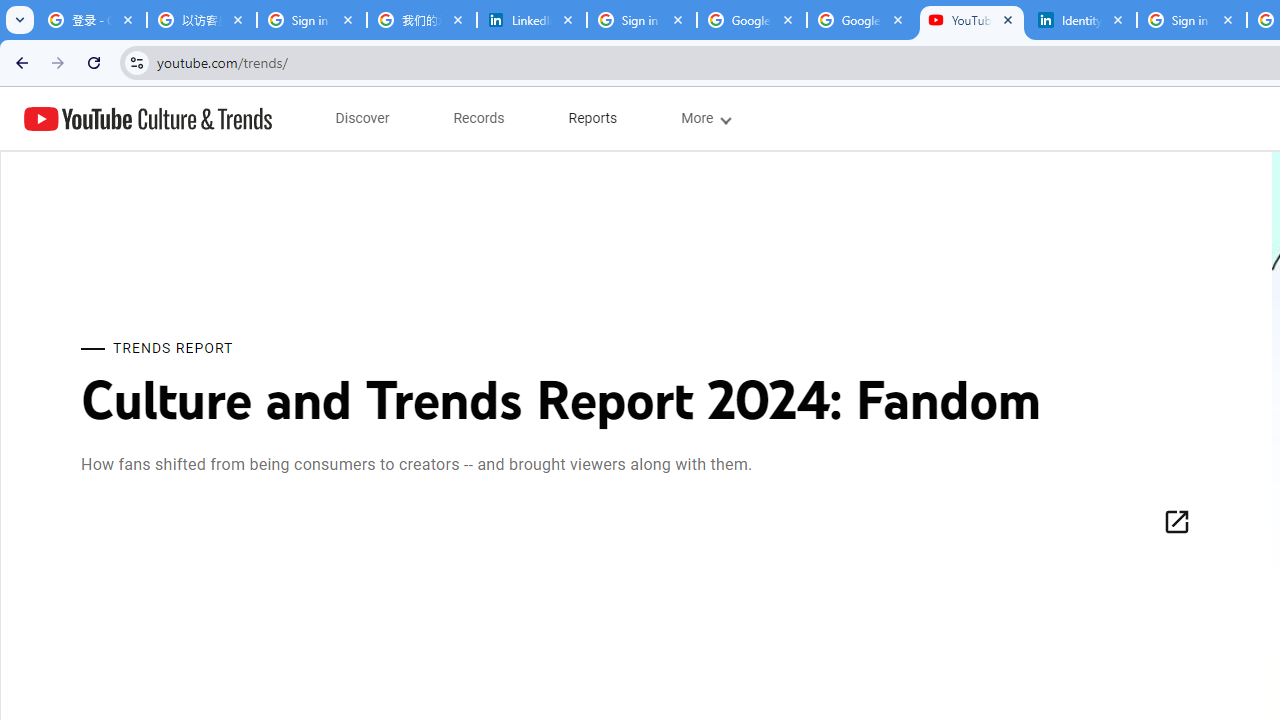 The height and width of the screenshot is (720, 1280). I want to click on 'subnav-More menupopup', so click(705, 118).